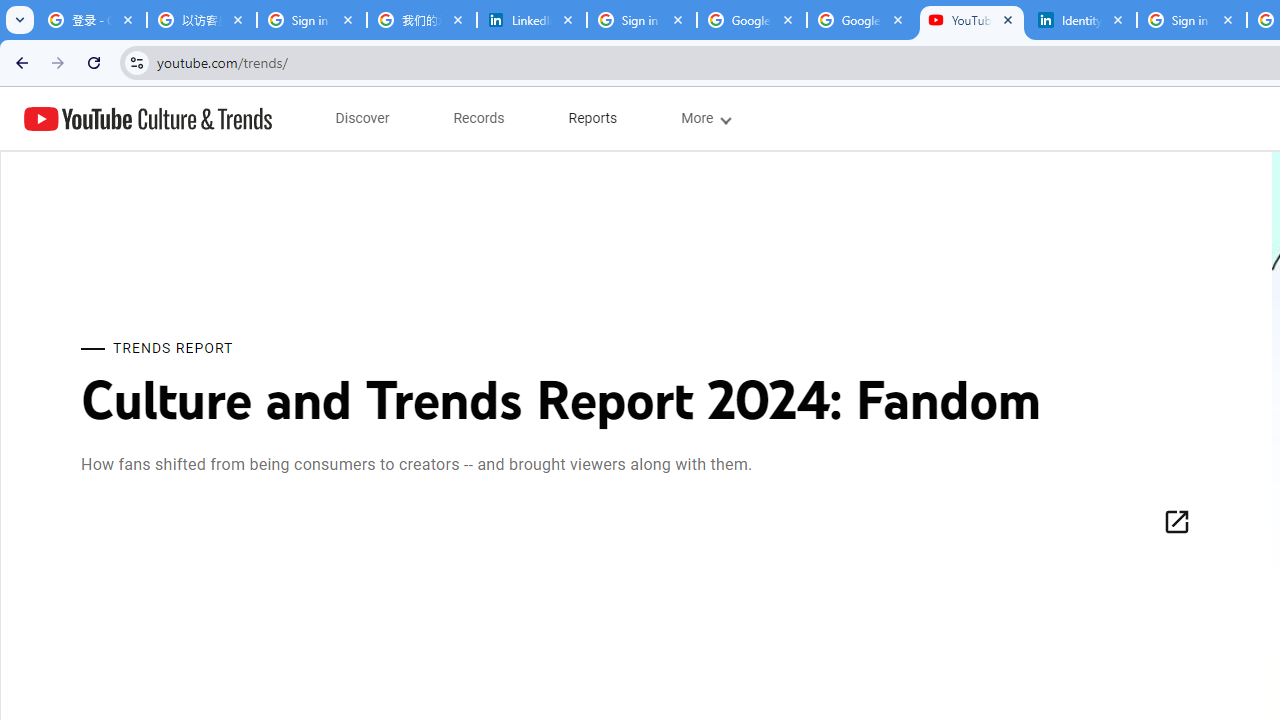 The height and width of the screenshot is (720, 1280). I want to click on 'subnav-More menupopup', so click(705, 118).